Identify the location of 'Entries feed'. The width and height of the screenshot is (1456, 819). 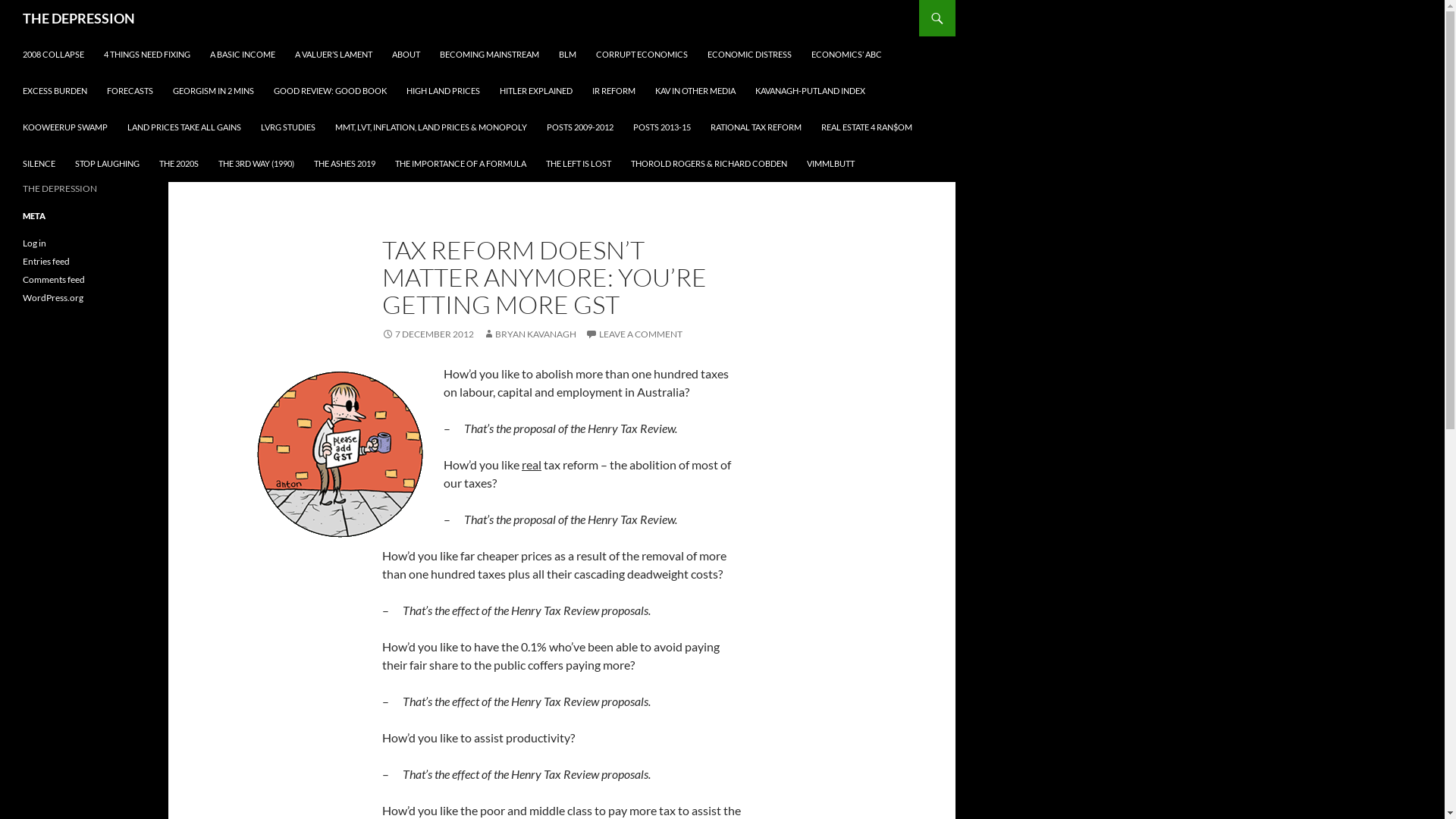
(46, 260).